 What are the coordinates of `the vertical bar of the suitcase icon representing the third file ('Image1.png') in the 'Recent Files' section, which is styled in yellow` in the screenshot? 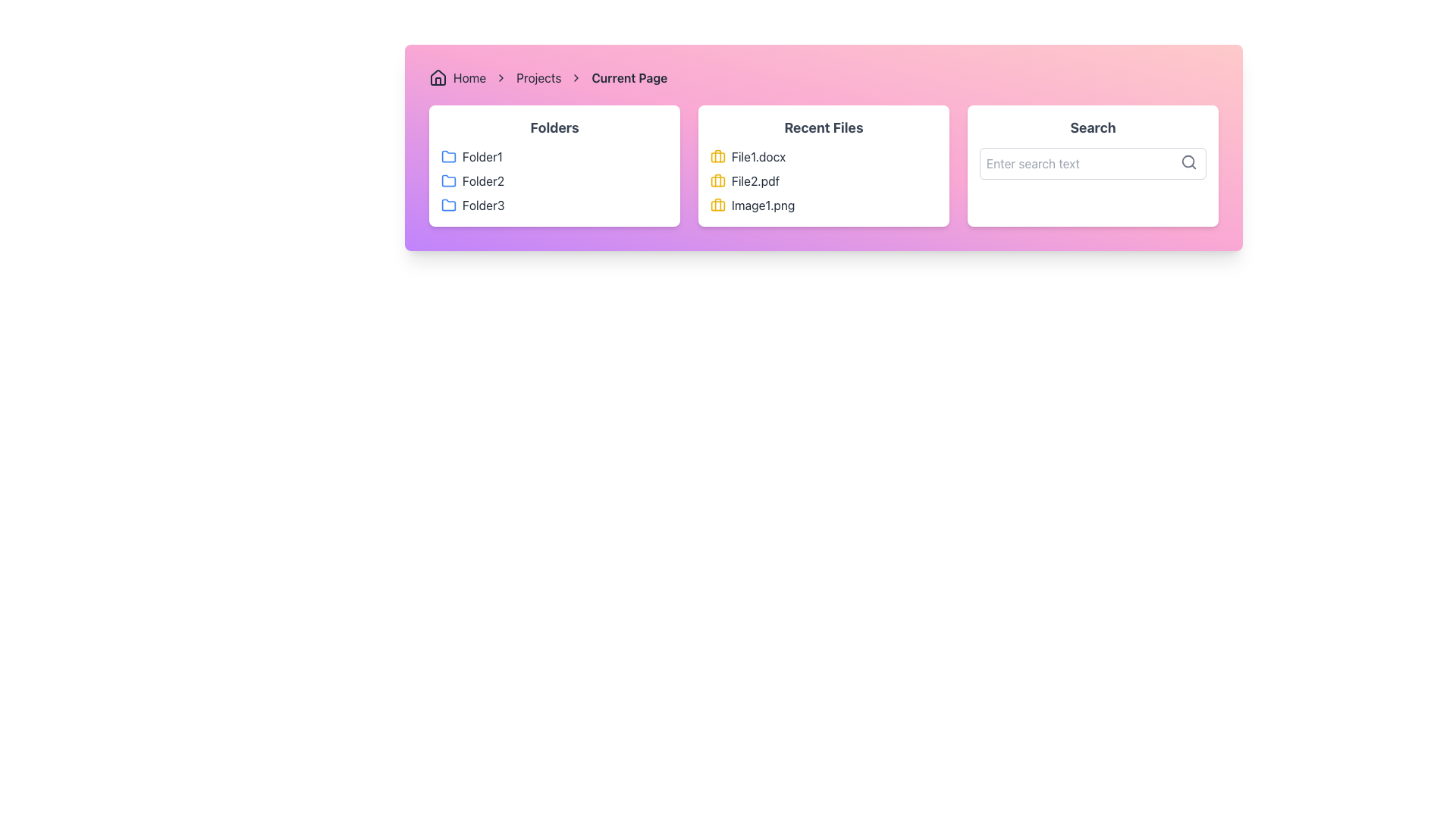 It's located at (717, 205).